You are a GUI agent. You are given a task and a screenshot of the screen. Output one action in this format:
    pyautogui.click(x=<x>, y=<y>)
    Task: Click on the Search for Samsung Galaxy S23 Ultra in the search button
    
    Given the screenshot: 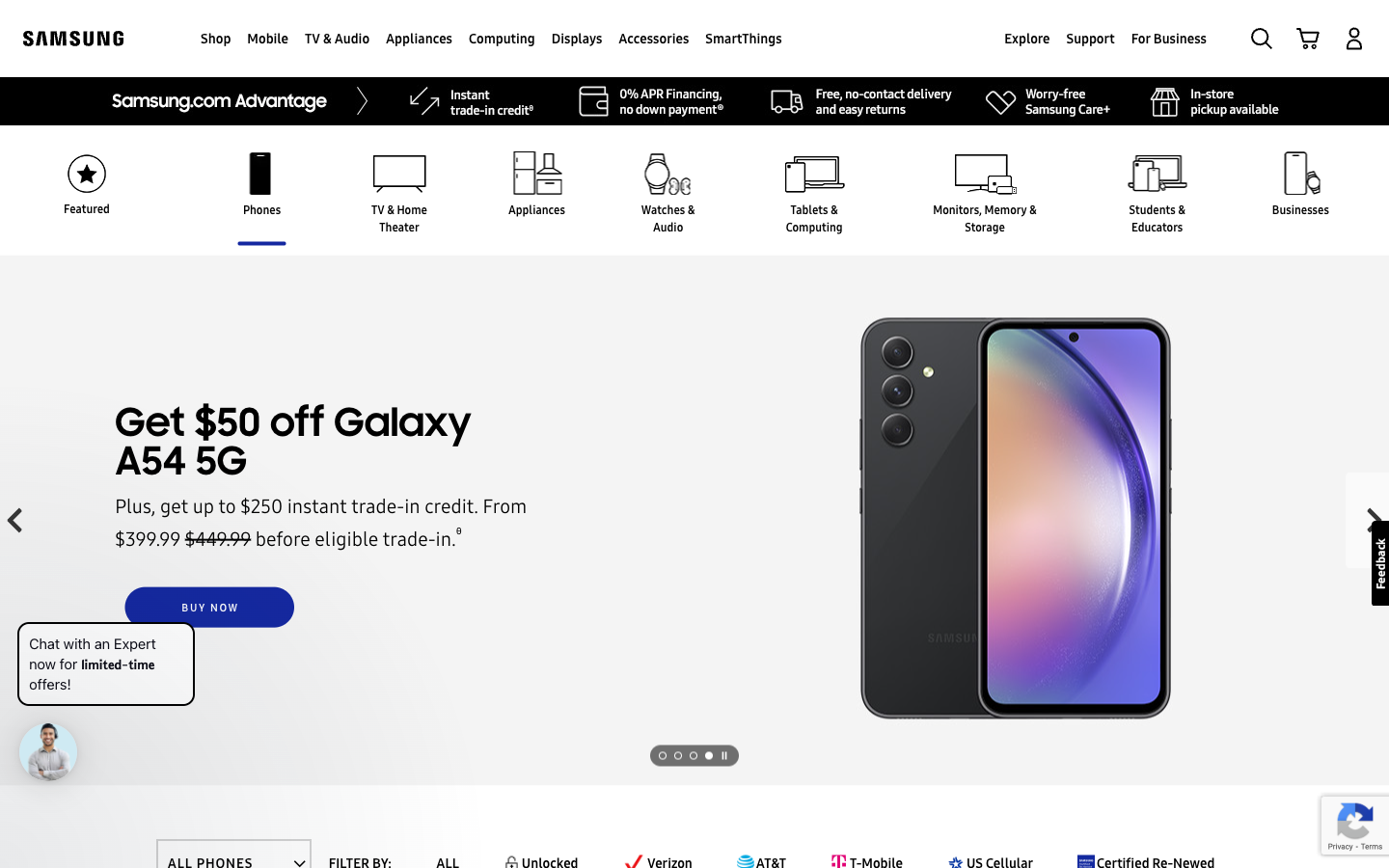 What is the action you would take?
    pyautogui.click(x=1261, y=37)
    